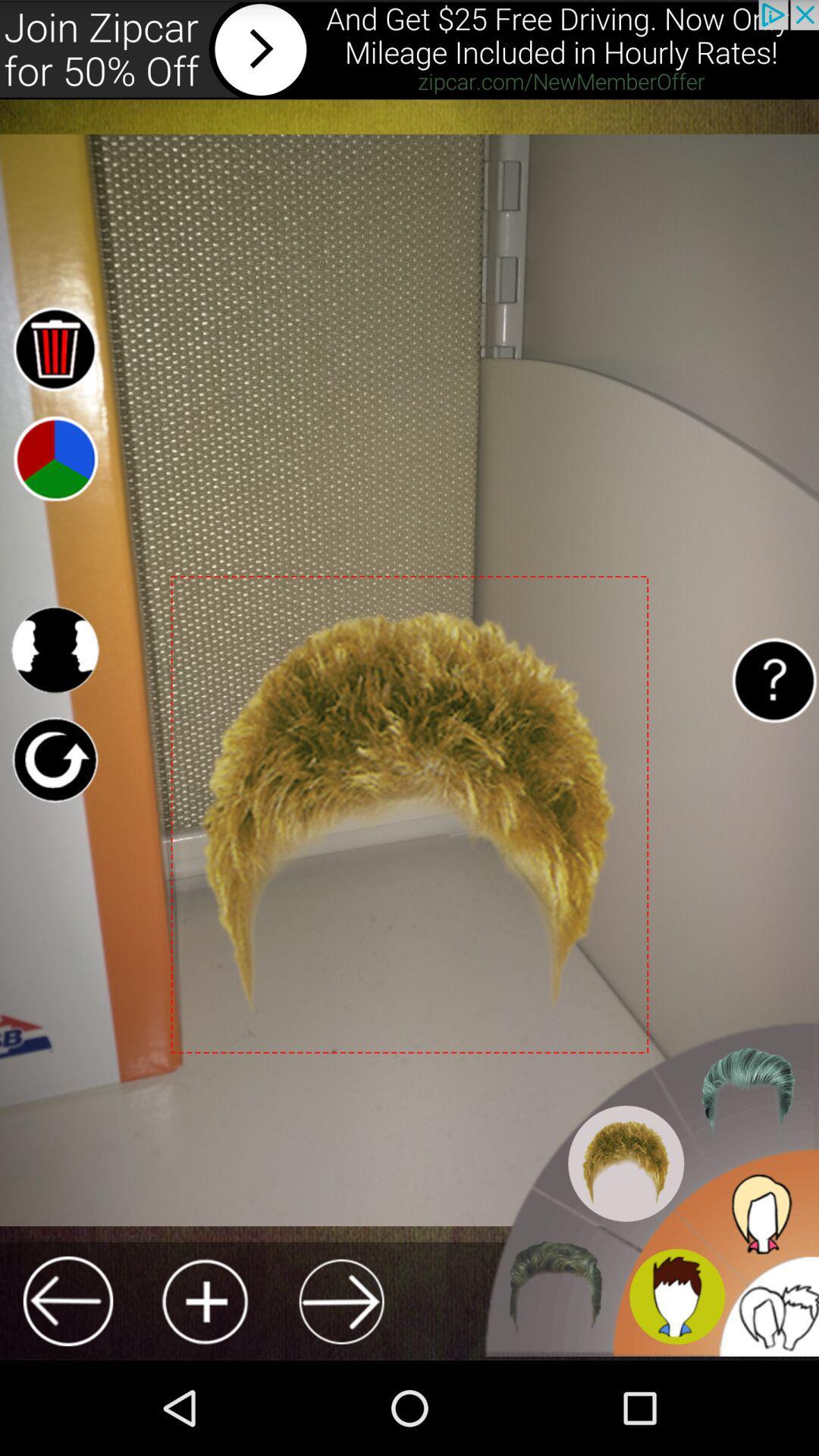  Describe the element at coordinates (341, 1301) in the screenshot. I see `go next` at that location.